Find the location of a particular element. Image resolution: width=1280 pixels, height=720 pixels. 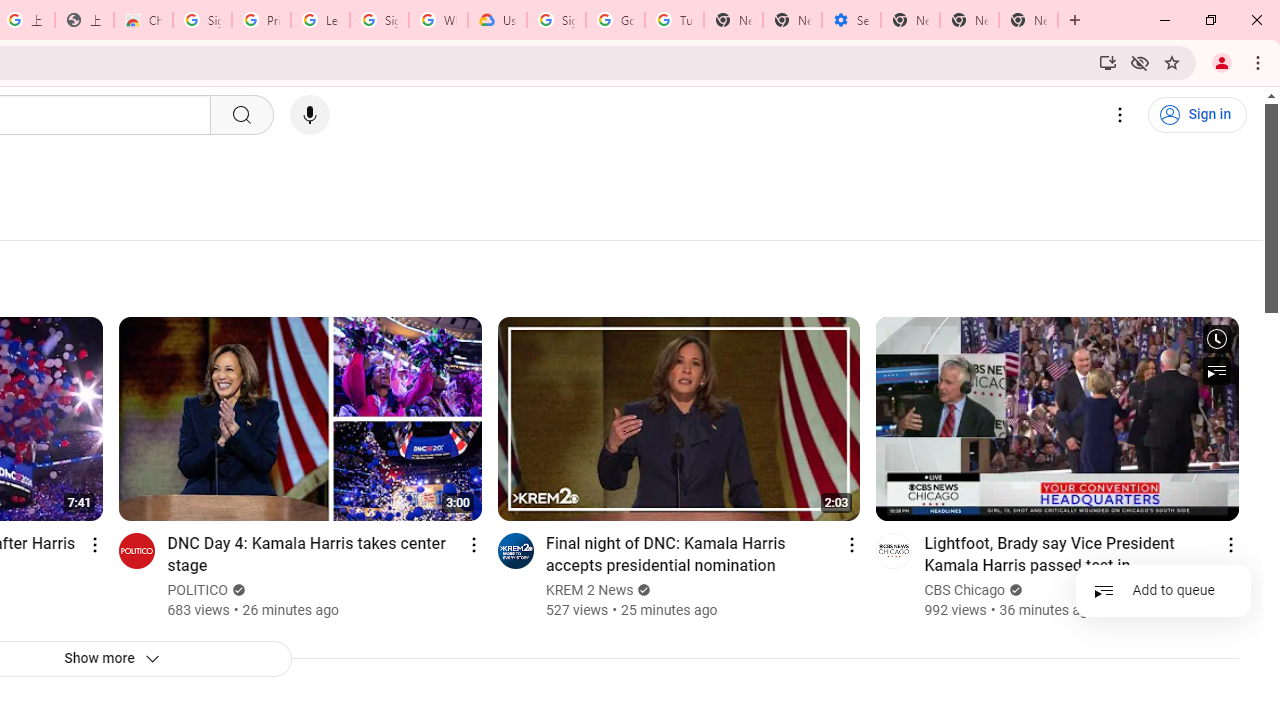

'Add to queue' is located at coordinates (1163, 589).